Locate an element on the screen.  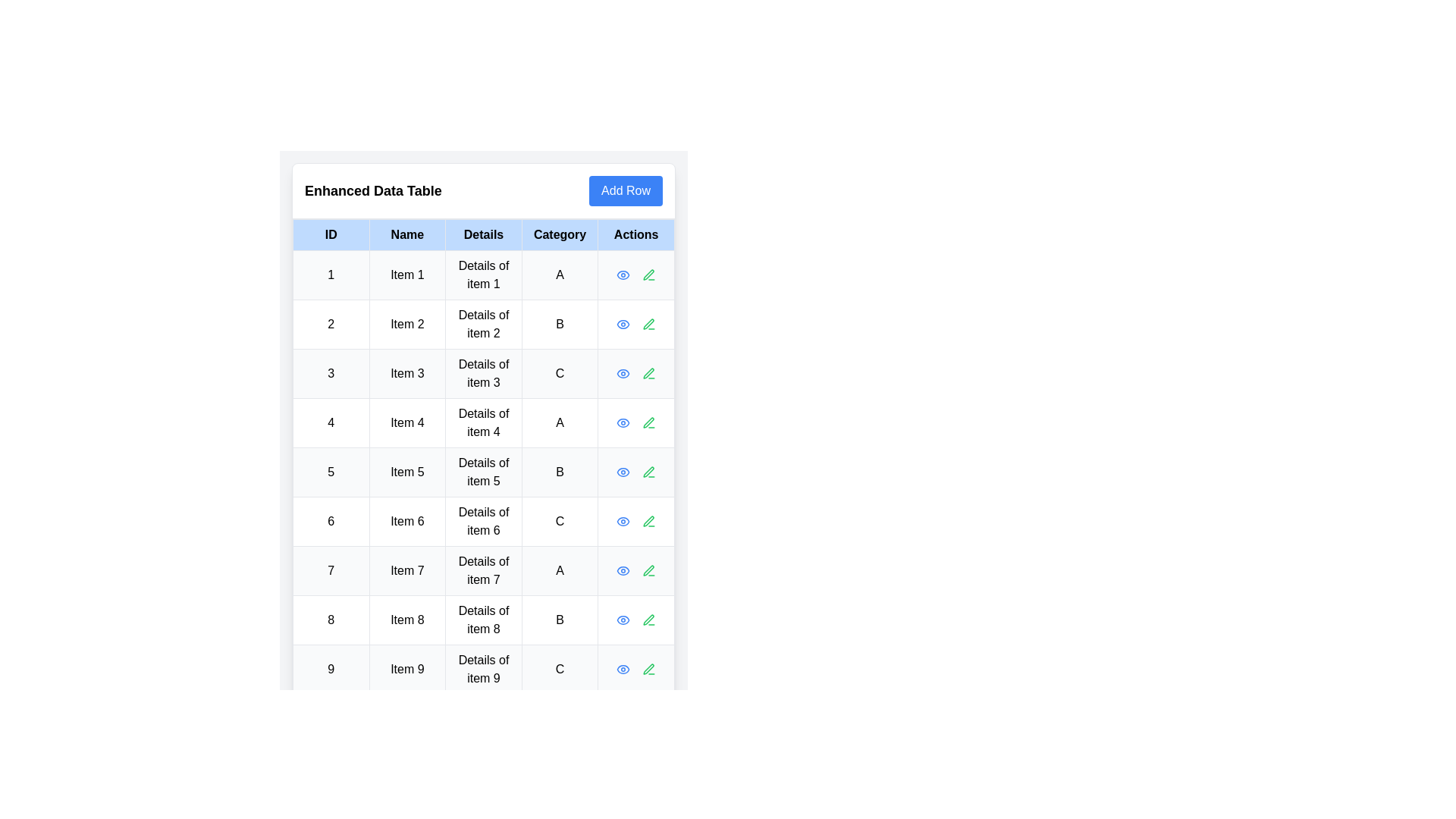
the text display containing 'Details of item 6' in the table, located in row 6 under the third column is located at coordinates (483, 520).